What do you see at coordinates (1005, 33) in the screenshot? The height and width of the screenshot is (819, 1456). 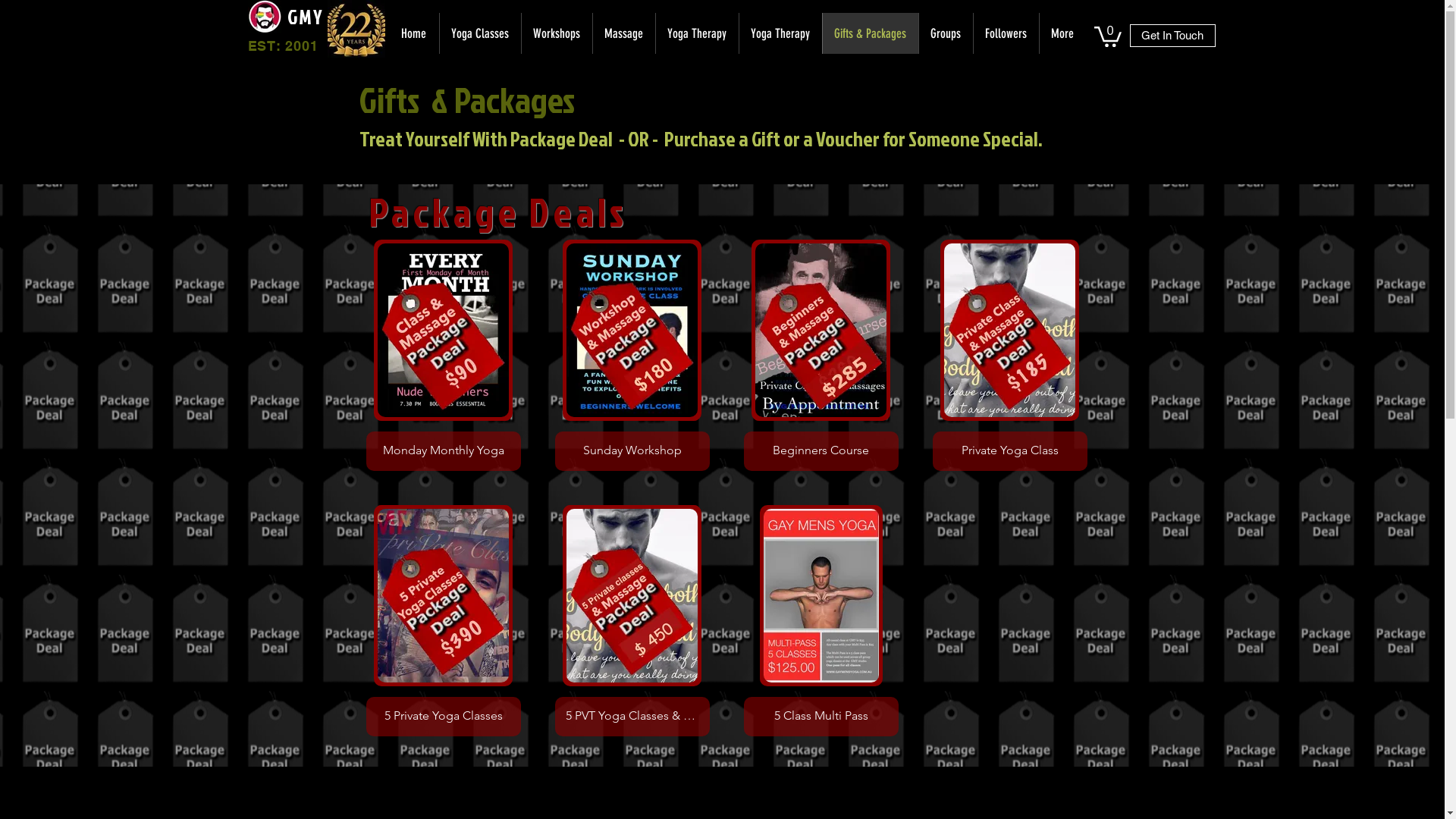 I see `'Followers'` at bounding box center [1005, 33].